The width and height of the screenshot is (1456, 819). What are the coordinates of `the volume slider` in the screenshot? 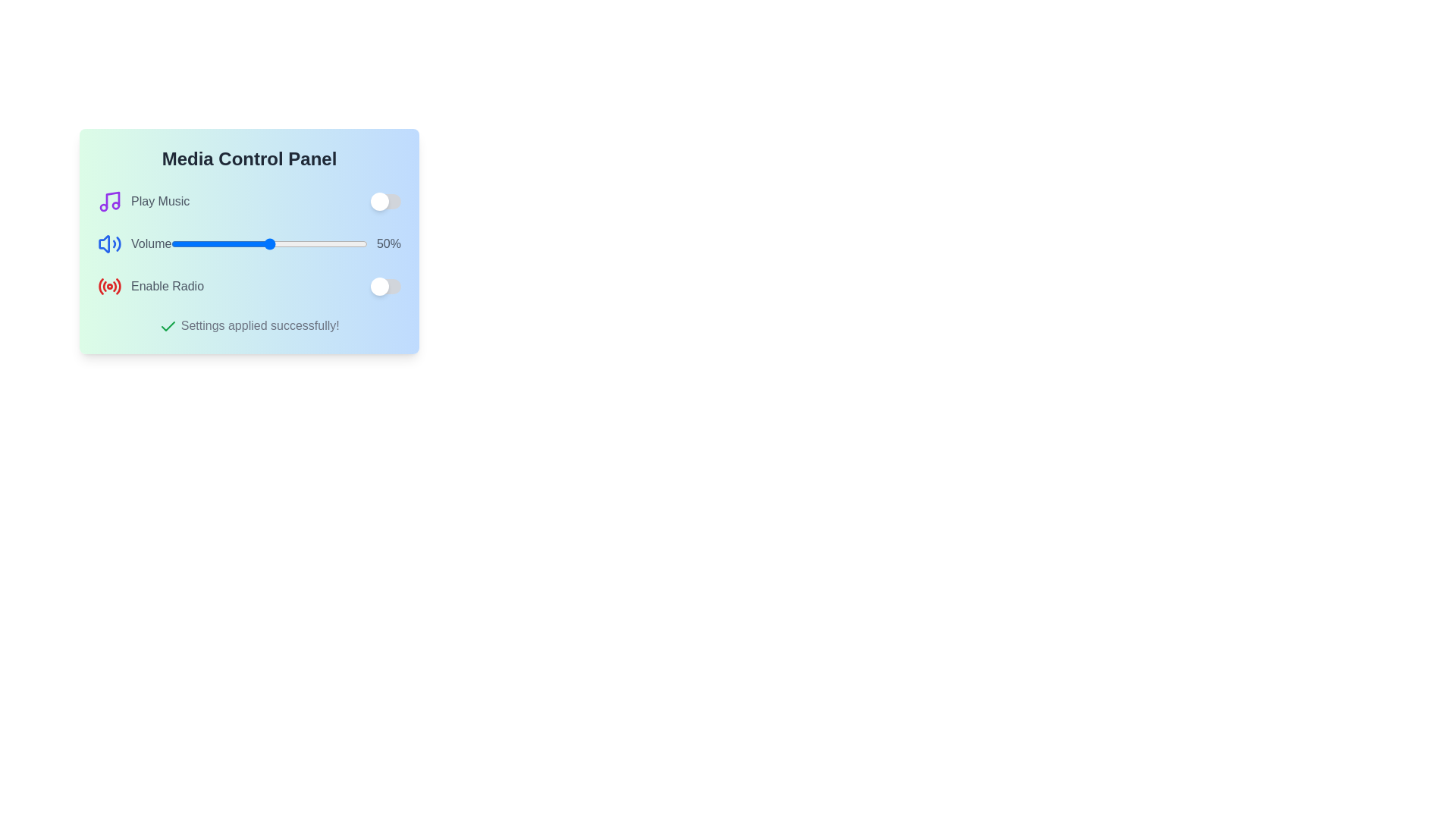 It's located at (285, 243).